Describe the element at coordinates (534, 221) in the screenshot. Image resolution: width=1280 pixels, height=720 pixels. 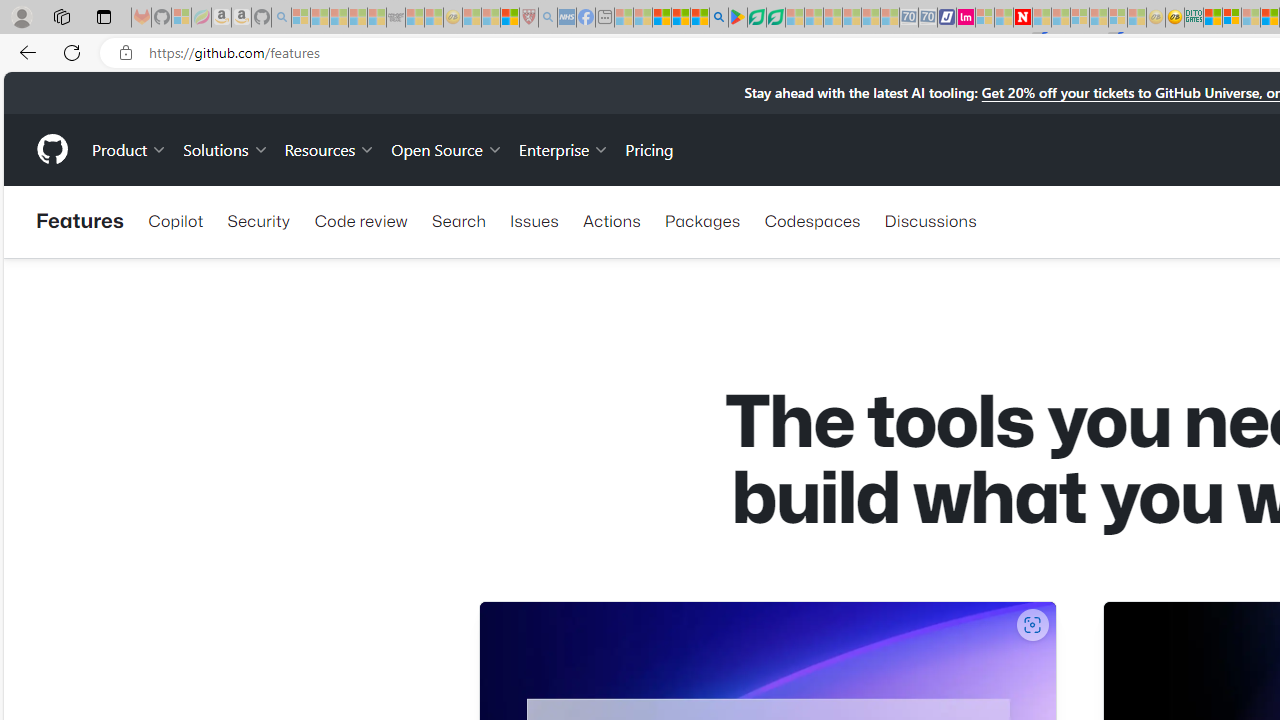
I see `'Issues'` at that location.